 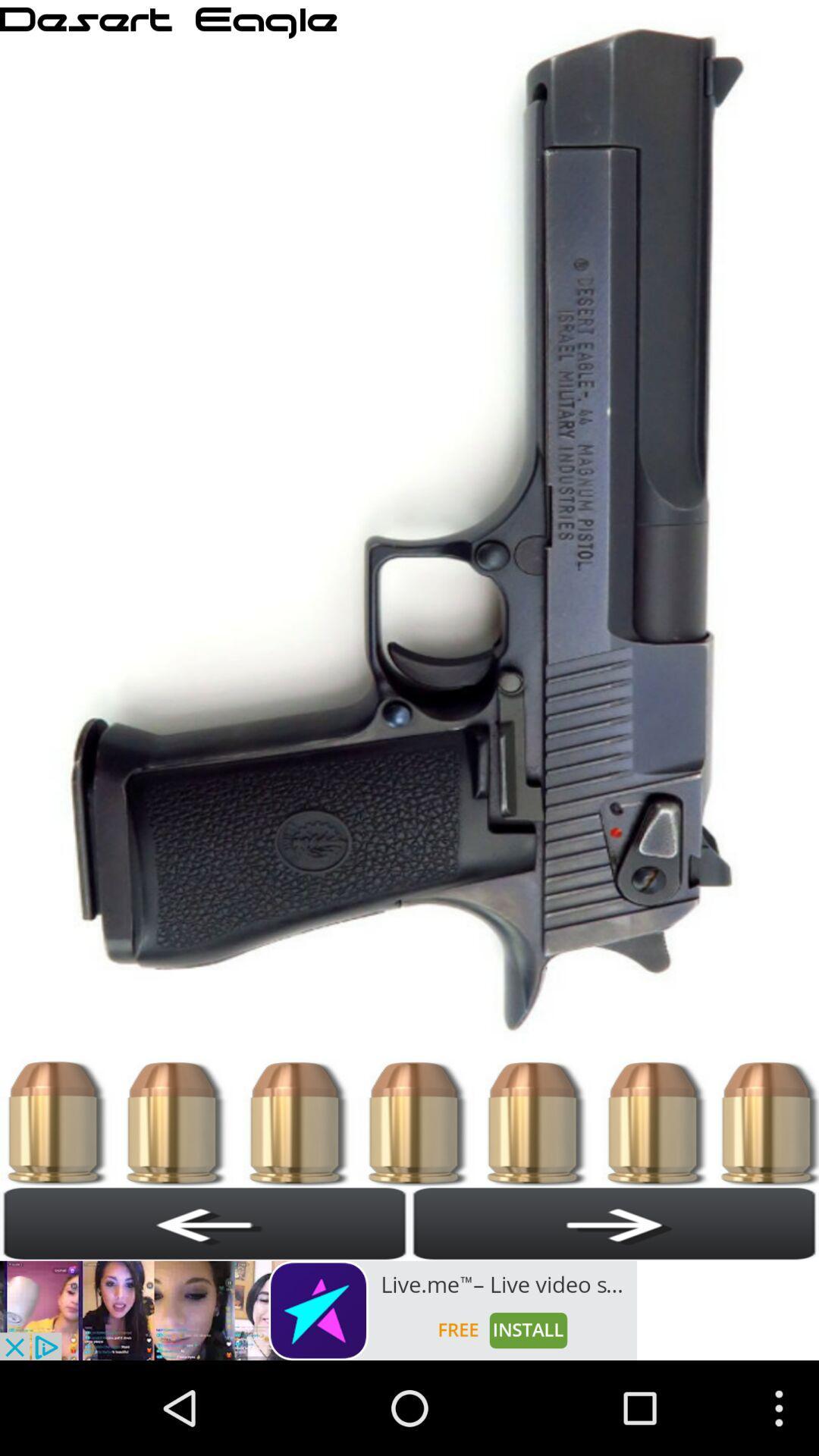 I want to click on next page, so click(x=614, y=1223).